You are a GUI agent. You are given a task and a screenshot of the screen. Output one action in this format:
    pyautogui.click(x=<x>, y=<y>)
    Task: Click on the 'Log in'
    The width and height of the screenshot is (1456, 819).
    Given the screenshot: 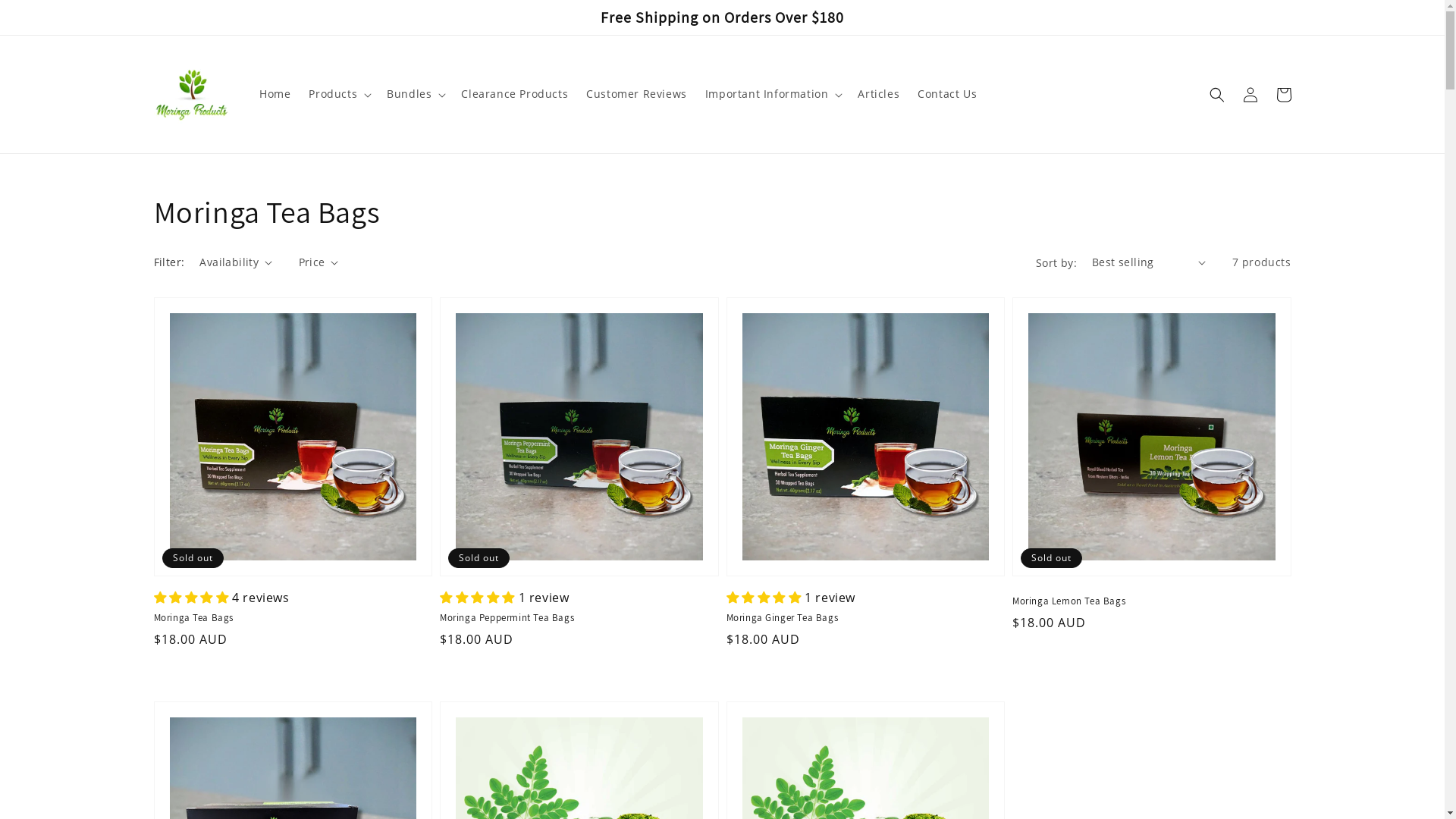 What is the action you would take?
    pyautogui.click(x=1249, y=93)
    